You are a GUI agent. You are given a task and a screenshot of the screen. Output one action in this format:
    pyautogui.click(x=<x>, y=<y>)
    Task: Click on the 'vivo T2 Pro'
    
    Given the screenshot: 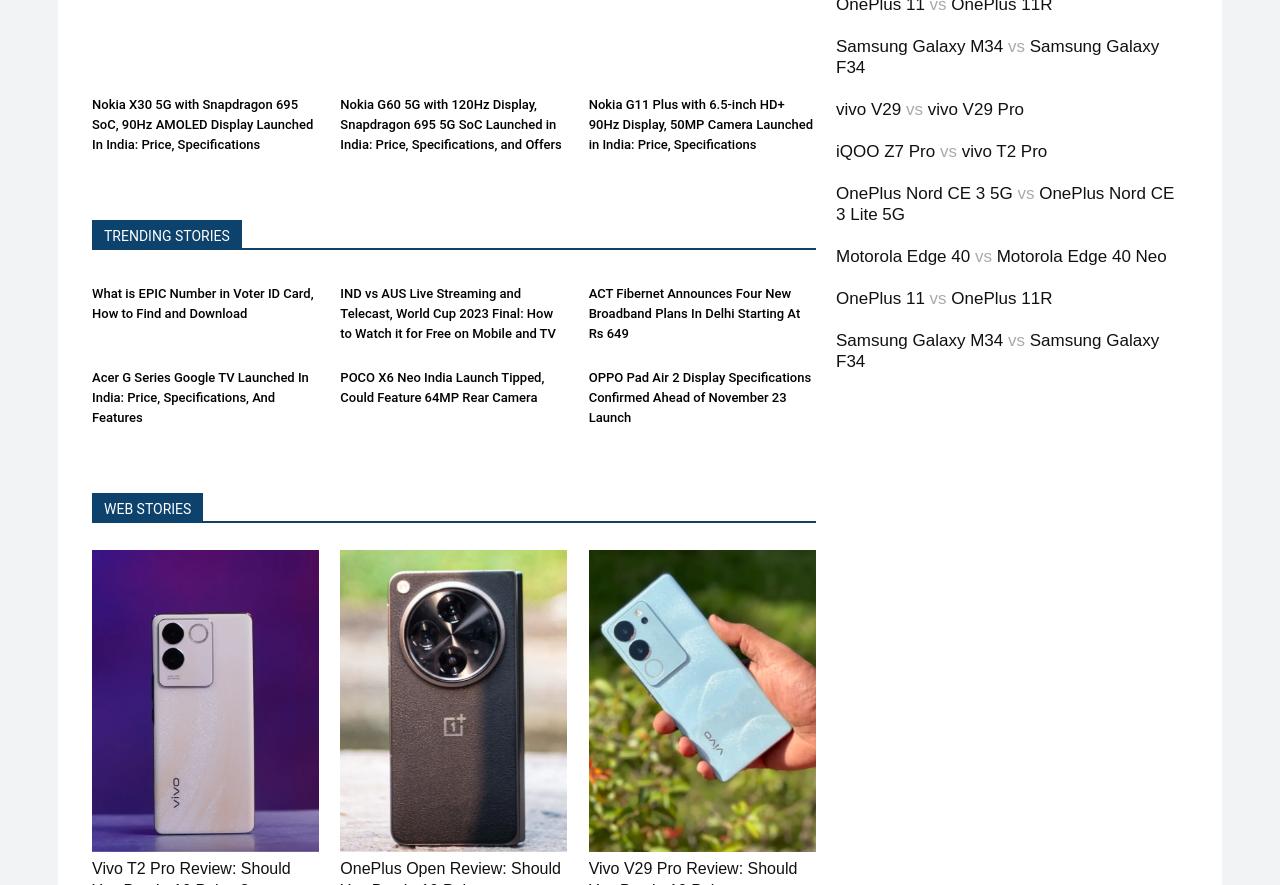 What is the action you would take?
    pyautogui.click(x=1004, y=150)
    